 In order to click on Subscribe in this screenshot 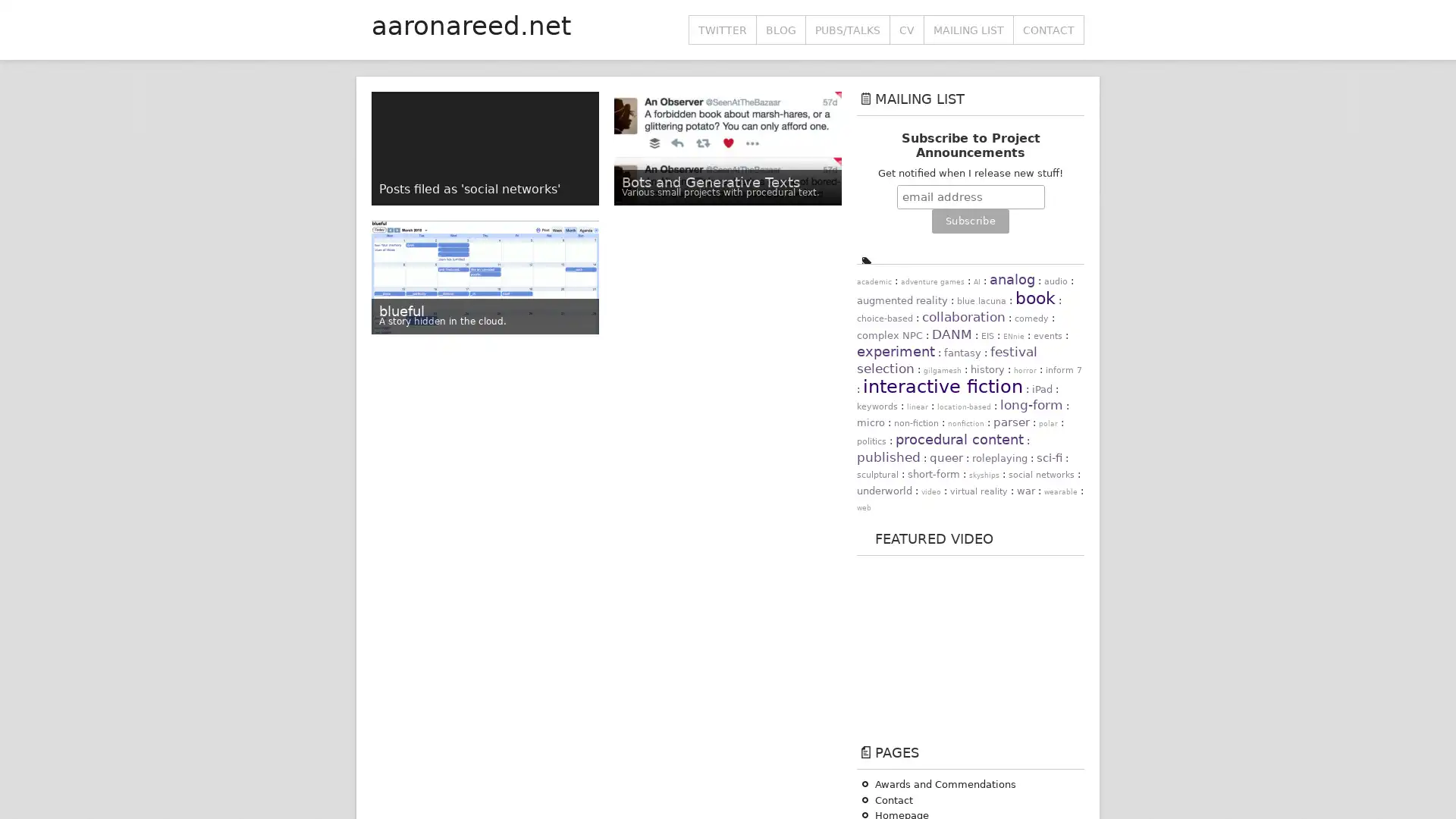, I will do `click(969, 221)`.